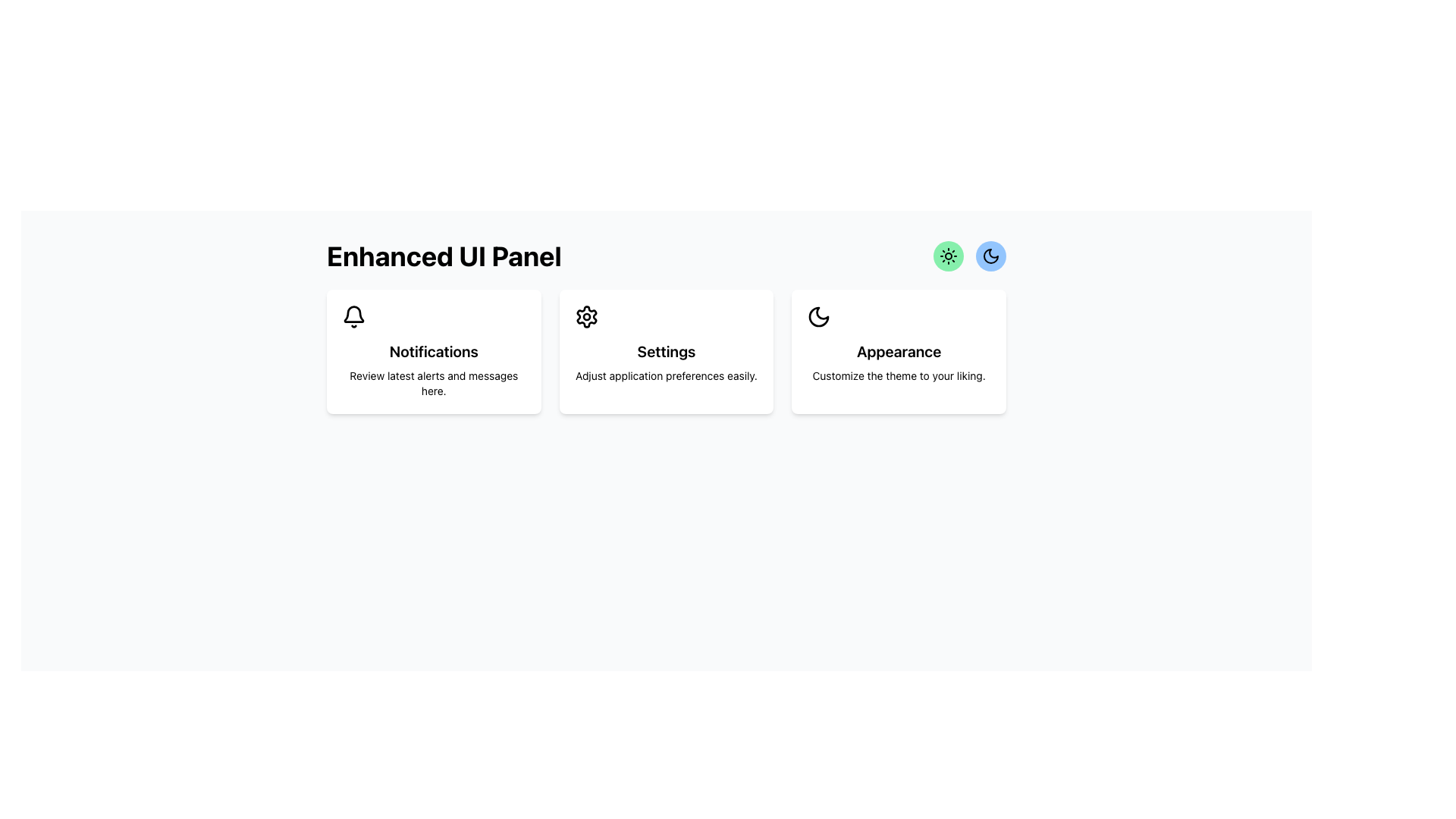 This screenshot has width=1456, height=819. I want to click on the gear-shaped settings icon located above the 'Settings' text in the card layout, so click(585, 315).